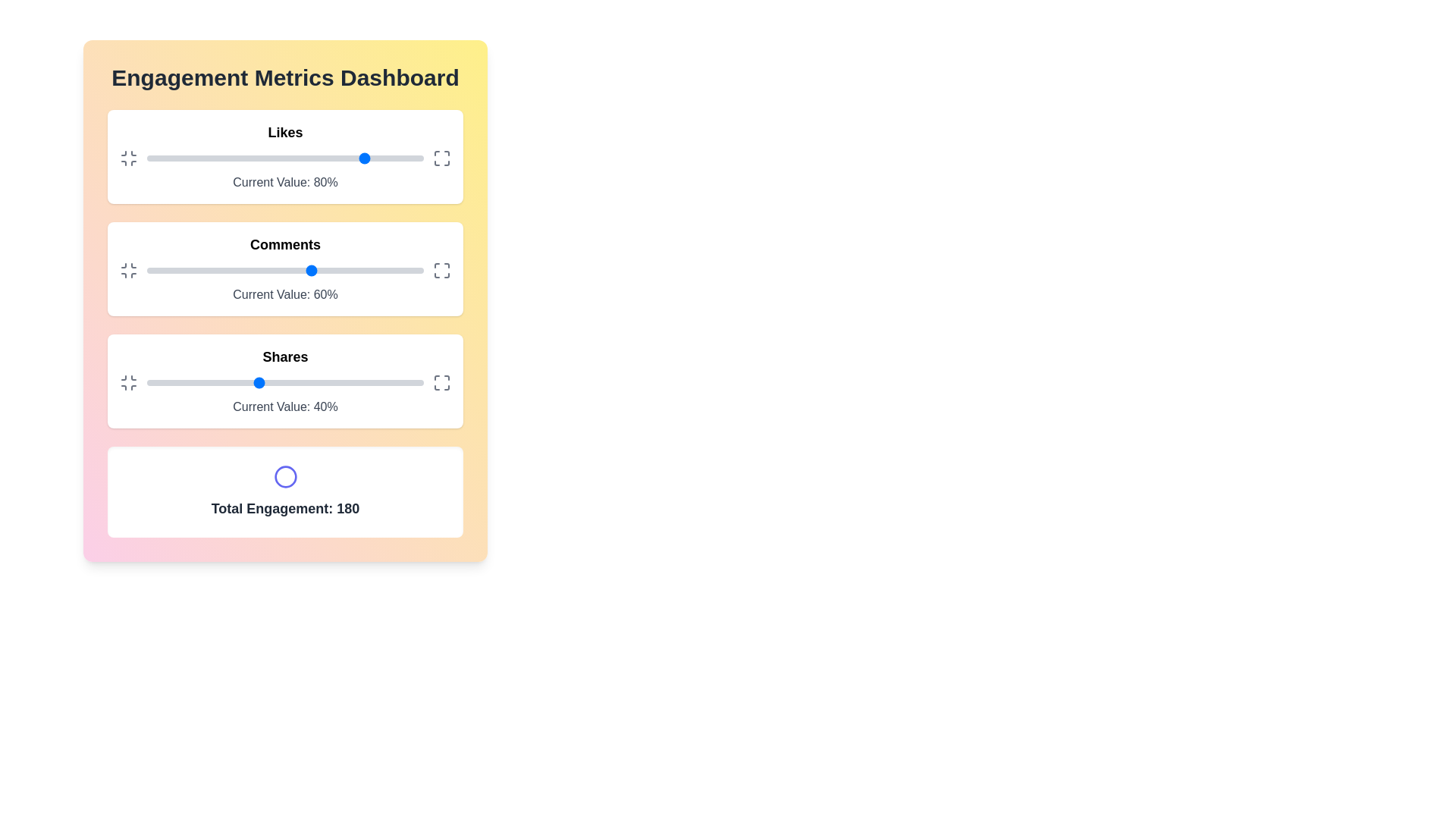 The width and height of the screenshot is (1456, 819). Describe the element at coordinates (187, 158) in the screenshot. I see `the slider` at that location.